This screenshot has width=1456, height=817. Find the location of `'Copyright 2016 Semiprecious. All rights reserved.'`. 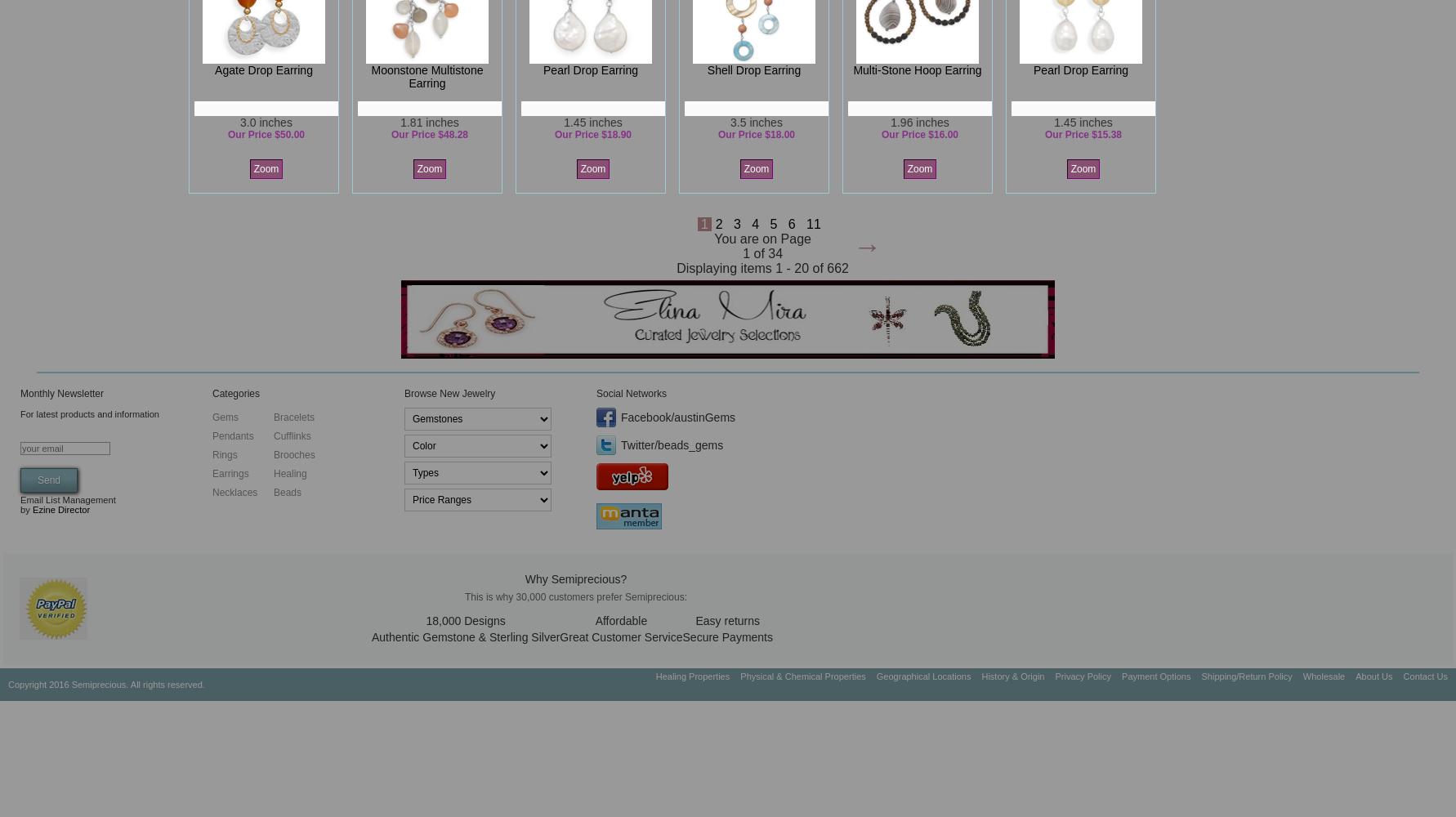

'Copyright 2016 Semiprecious. All rights reserved.' is located at coordinates (7, 684).